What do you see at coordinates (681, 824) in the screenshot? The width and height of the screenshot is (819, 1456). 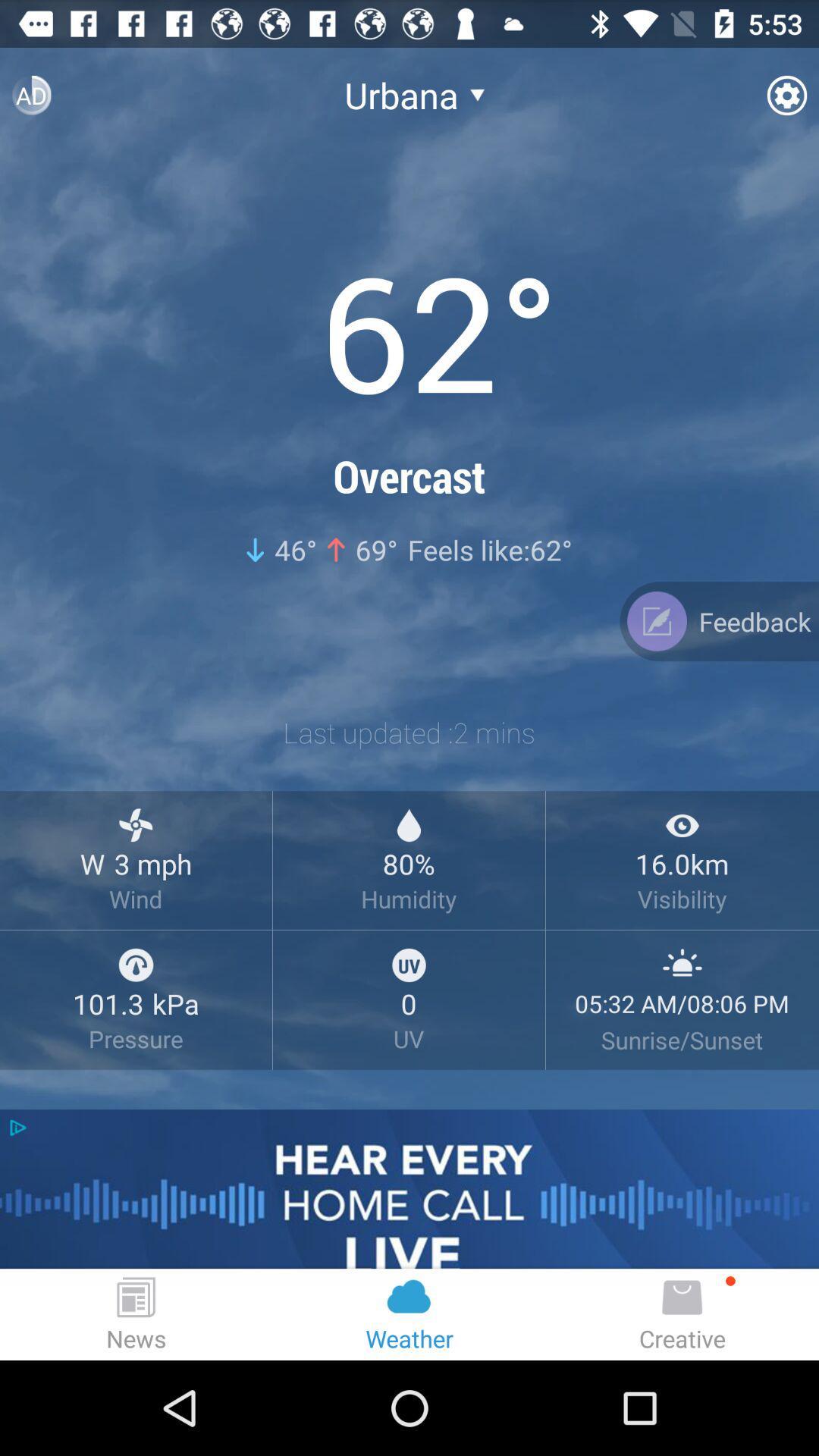 I see `the icon above visibility` at bounding box center [681, 824].